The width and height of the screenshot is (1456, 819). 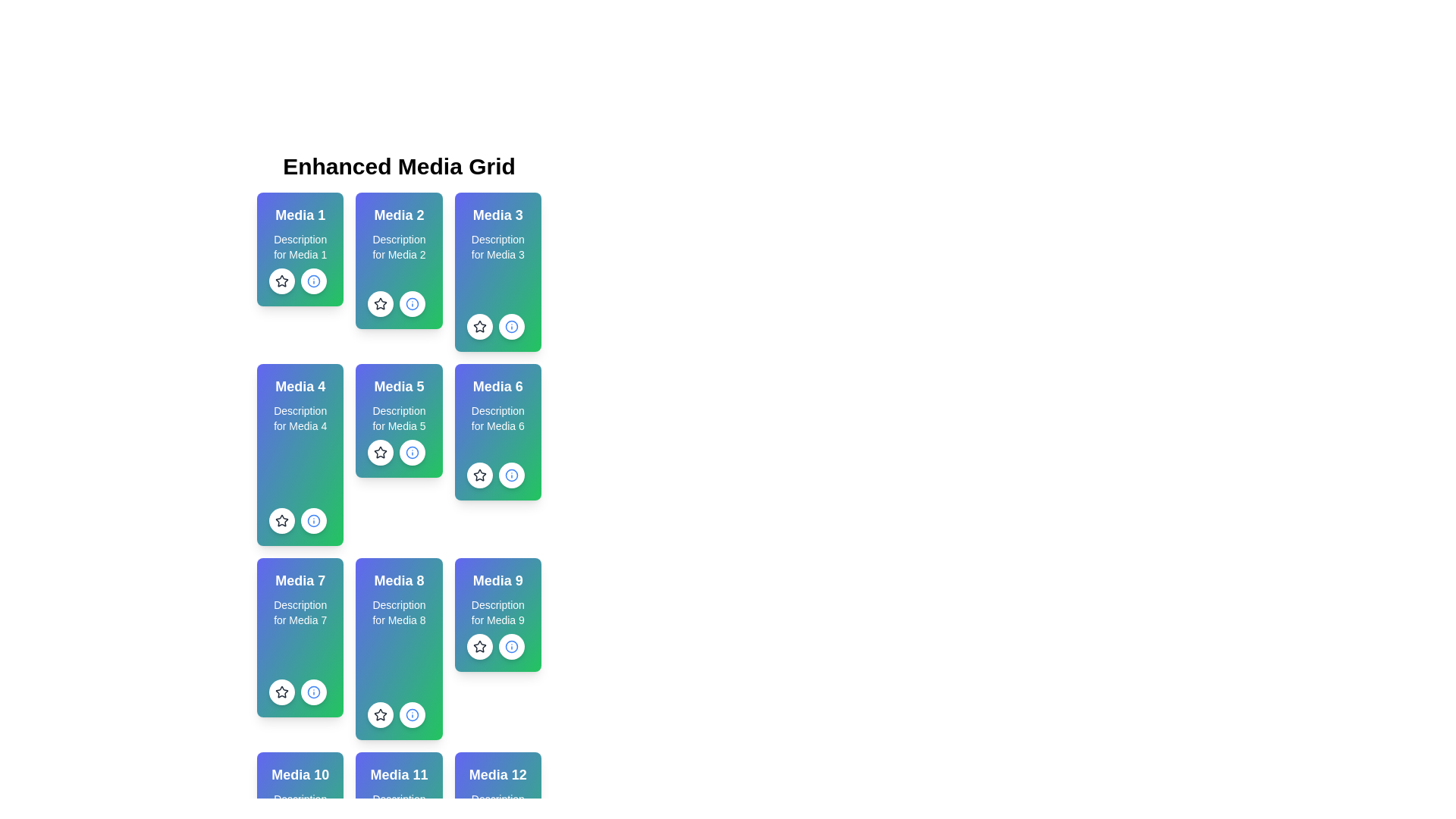 What do you see at coordinates (397, 304) in the screenshot?
I see `the interactive control group containing the star and info buttons located in the lower-left corner of the 'Media 2' card` at bounding box center [397, 304].